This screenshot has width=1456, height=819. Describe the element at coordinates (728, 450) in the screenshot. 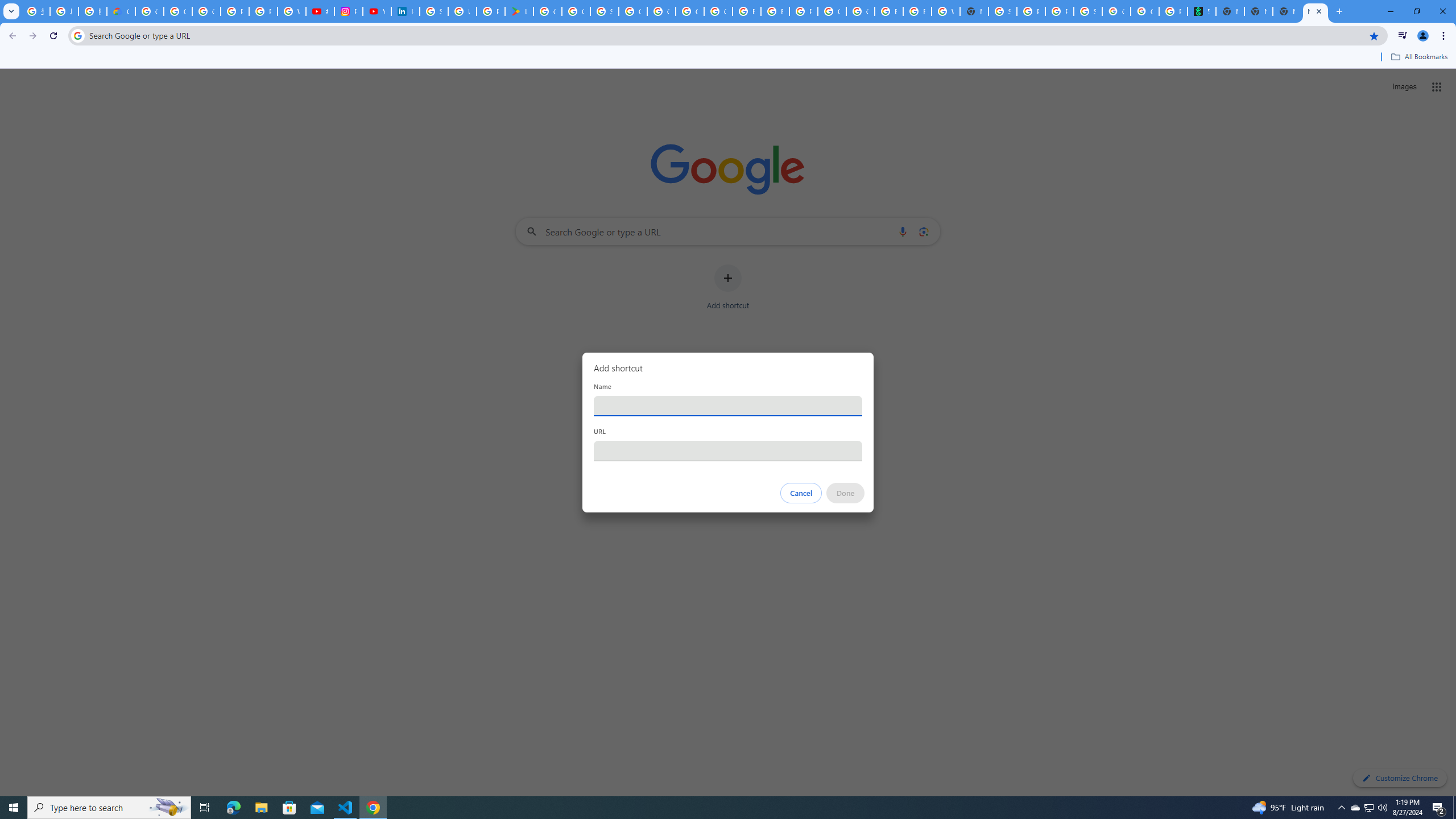

I see `'URL'` at that location.